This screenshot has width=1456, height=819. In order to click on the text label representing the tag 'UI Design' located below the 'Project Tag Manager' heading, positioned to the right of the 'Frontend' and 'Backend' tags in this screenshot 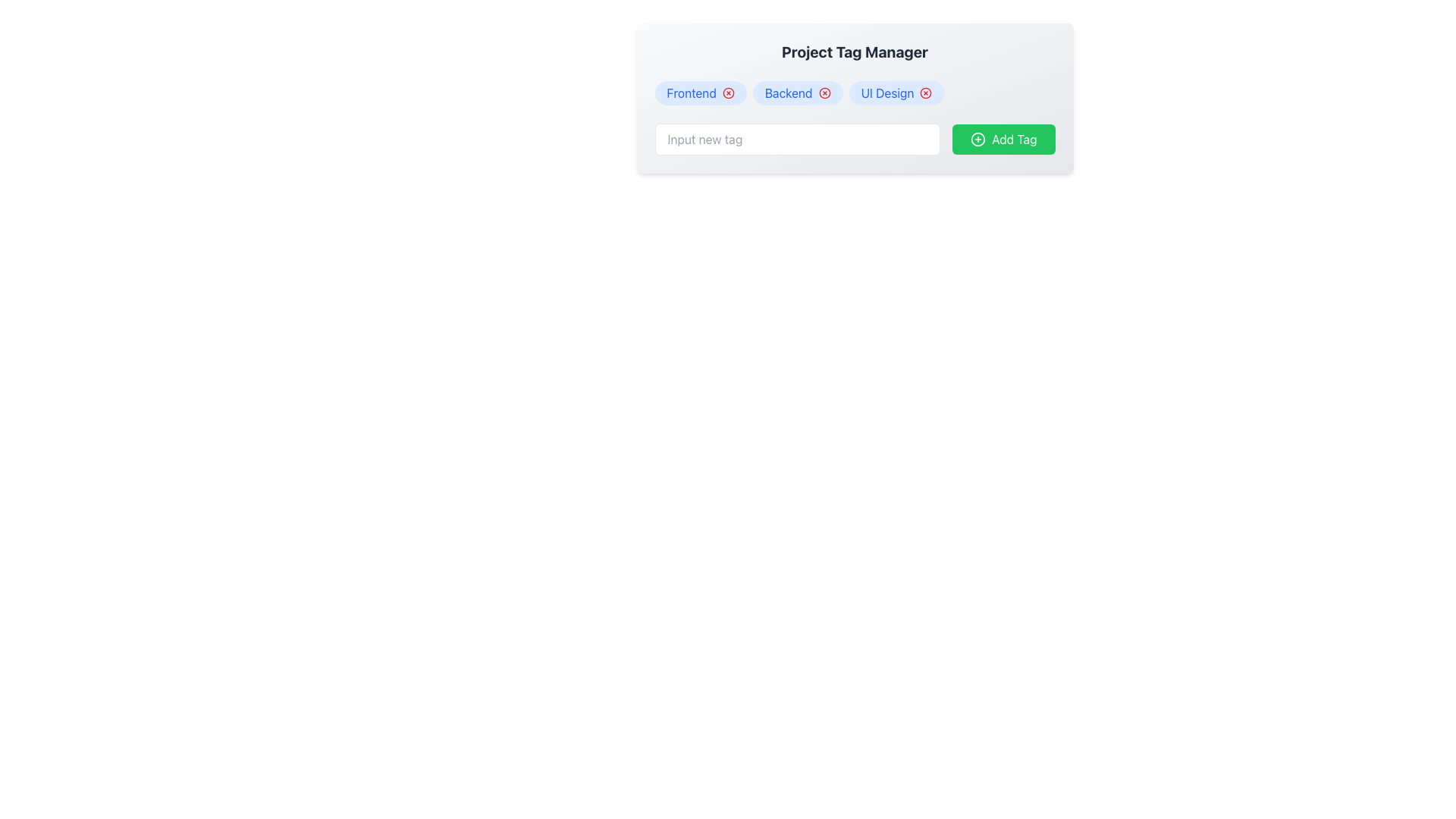, I will do `click(887, 93)`.